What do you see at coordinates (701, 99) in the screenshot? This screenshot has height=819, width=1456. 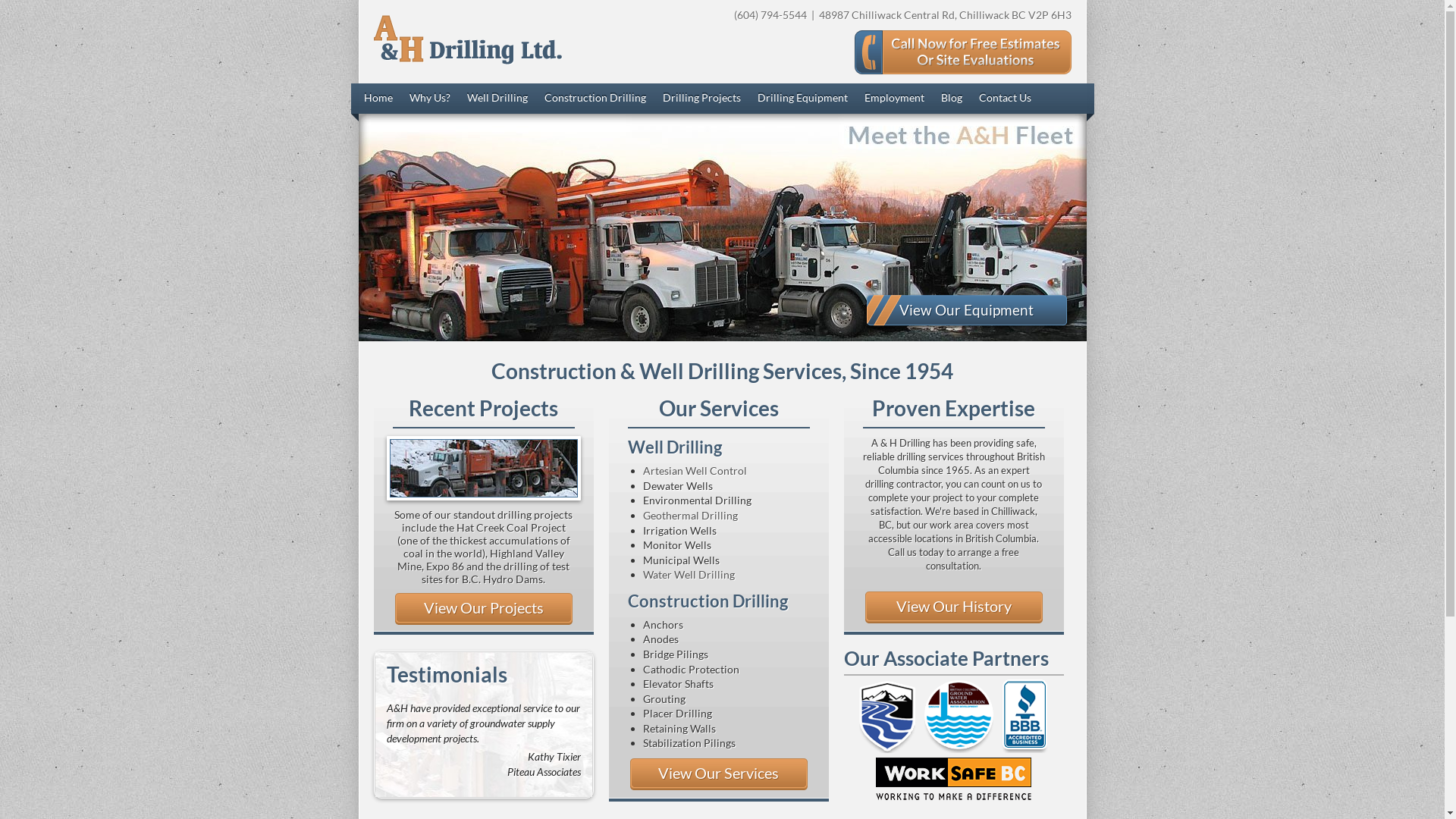 I see `'Drilling Projects'` at bounding box center [701, 99].